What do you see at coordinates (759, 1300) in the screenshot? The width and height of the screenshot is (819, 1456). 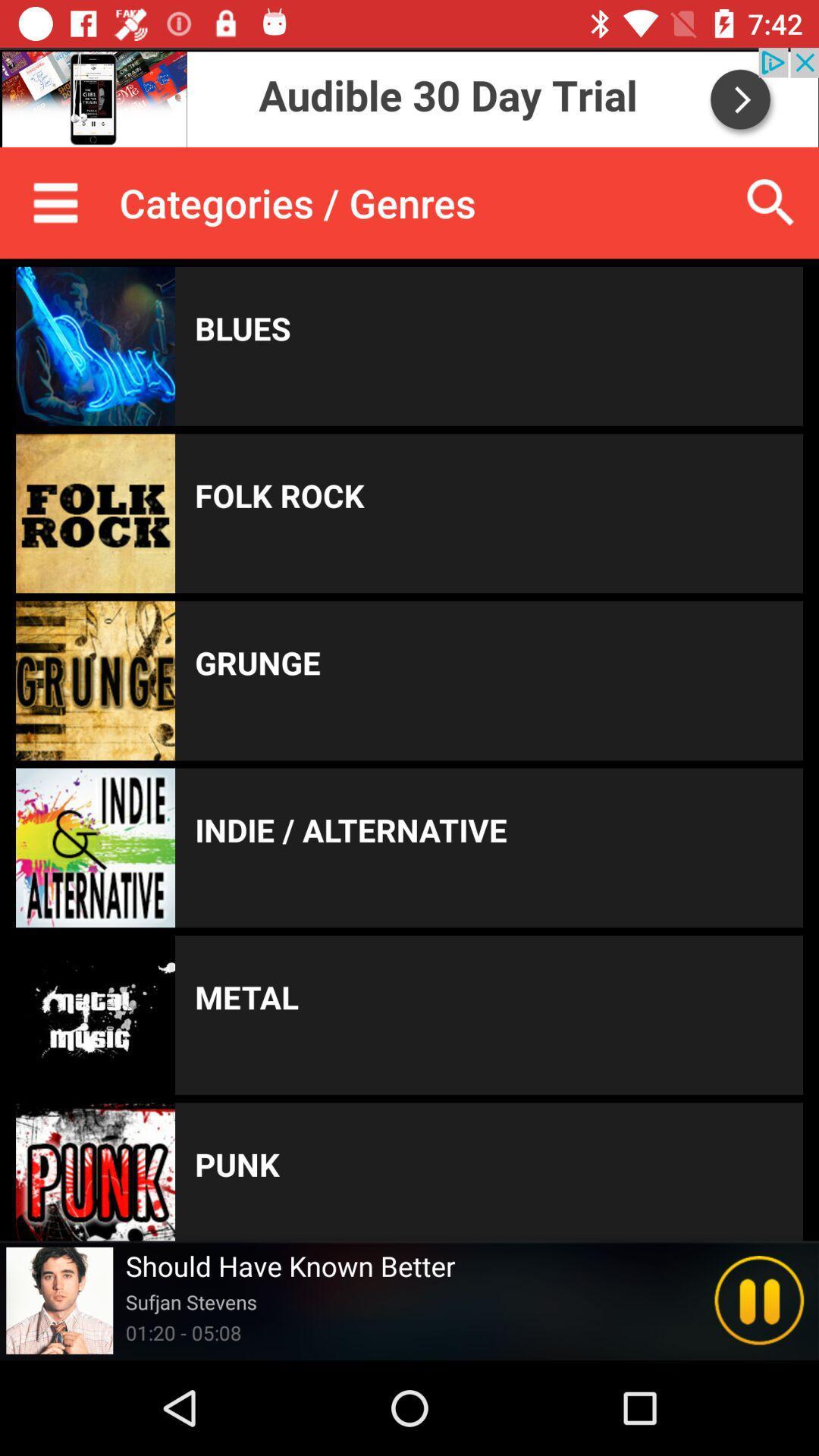 I see `the pause icon` at bounding box center [759, 1300].